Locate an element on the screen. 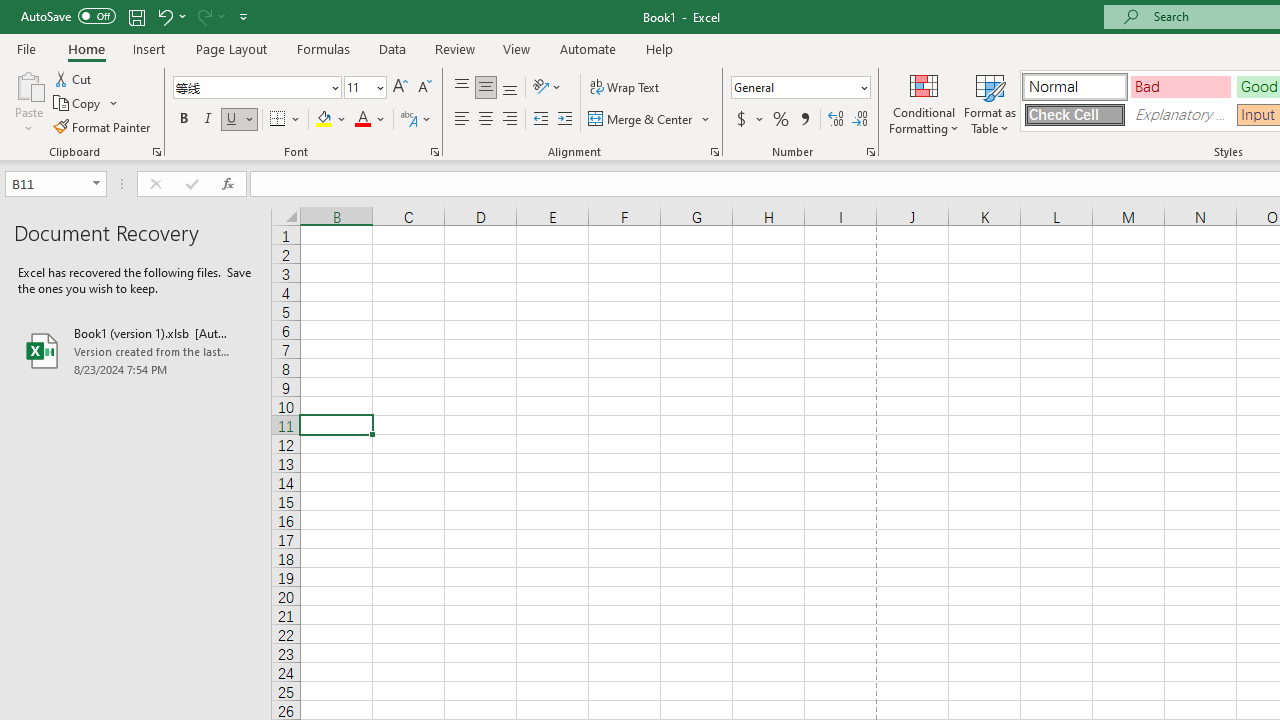 The width and height of the screenshot is (1280, 720). 'Middle Align' is located at coordinates (485, 86).